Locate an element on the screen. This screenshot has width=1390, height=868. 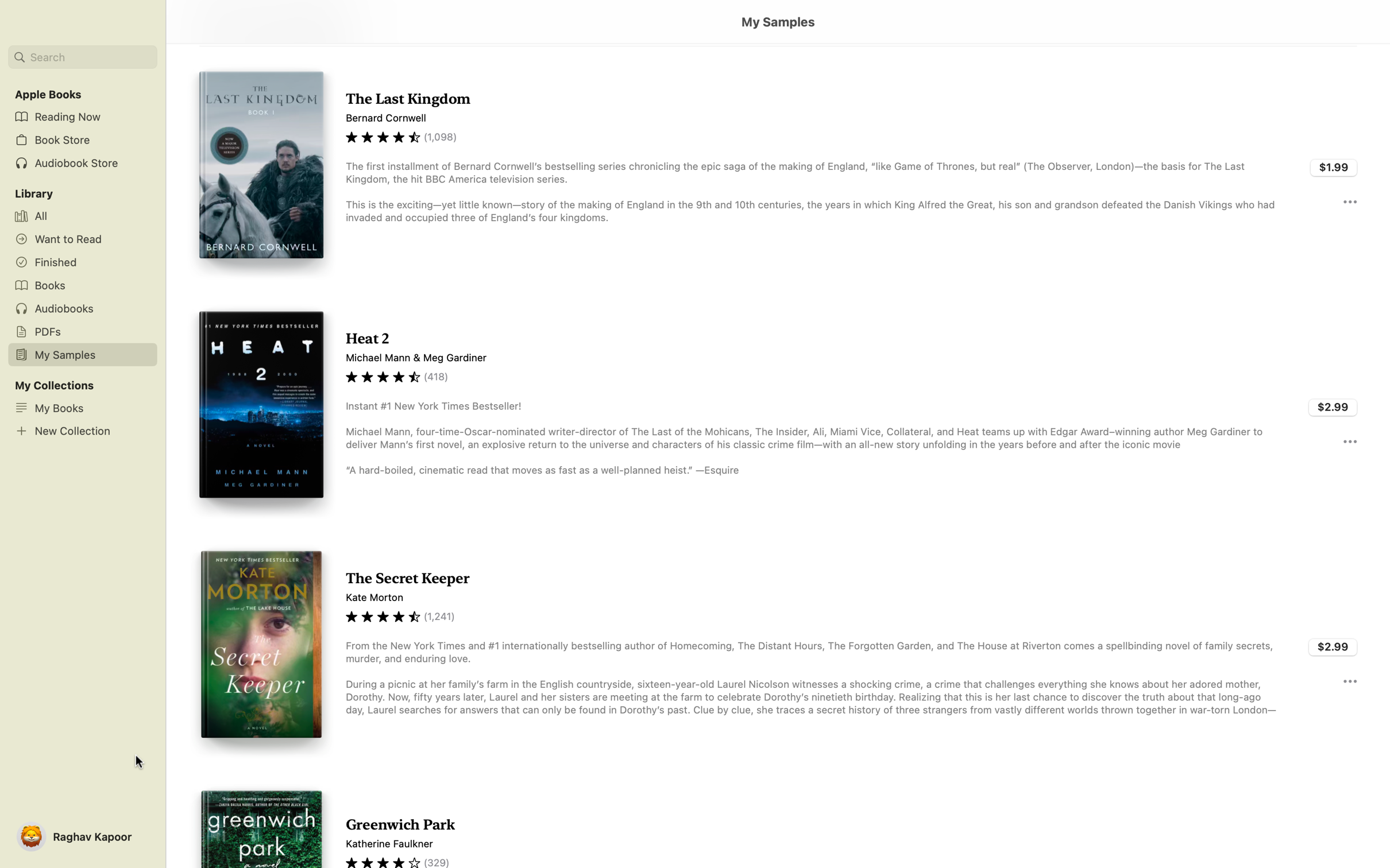
the function of viewing the "Greenwich Park" document is located at coordinates (777, 818).